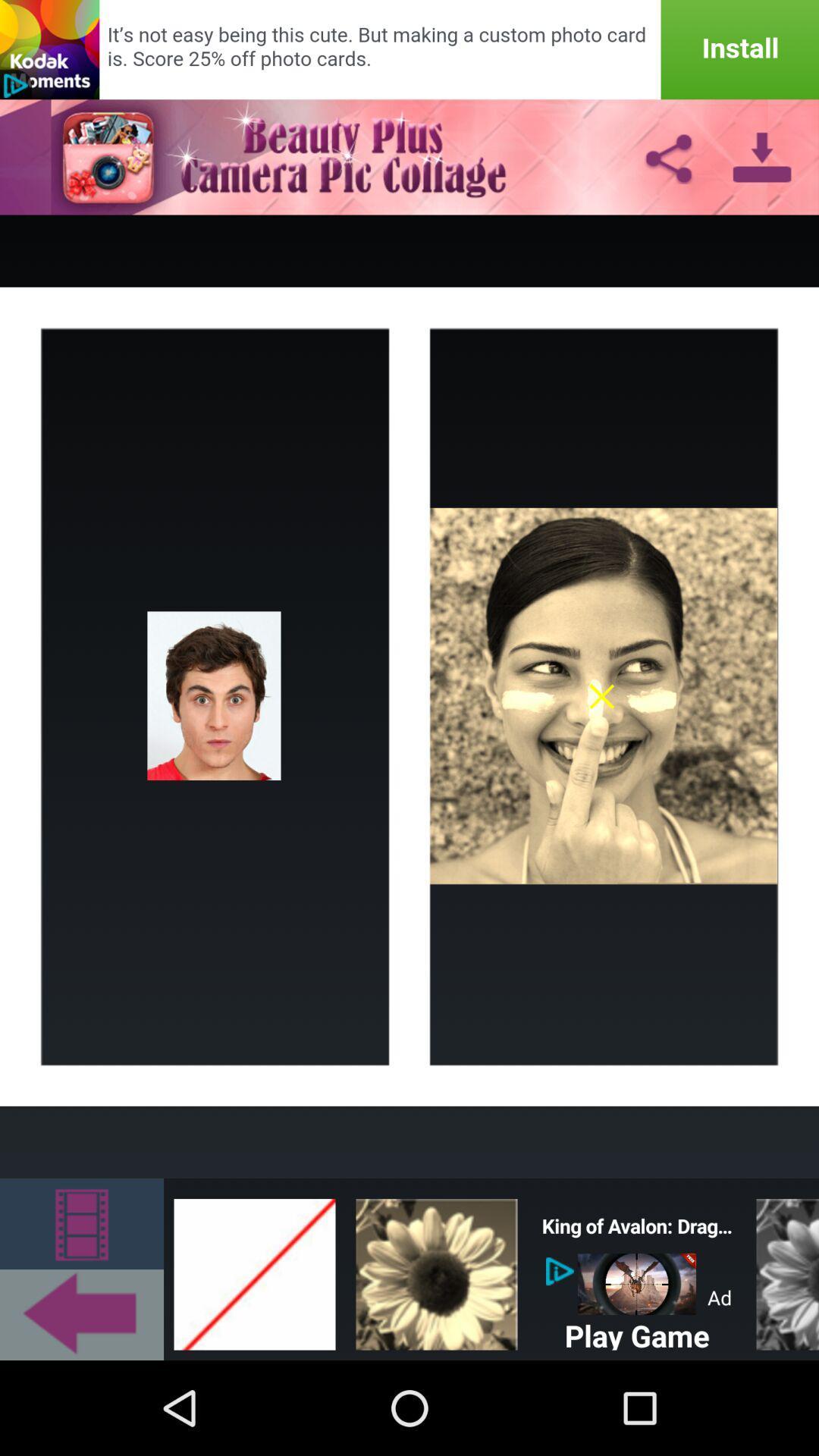 This screenshot has width=819, height=1456. I want to click on the download icon on top right of page, so click(762, 156).